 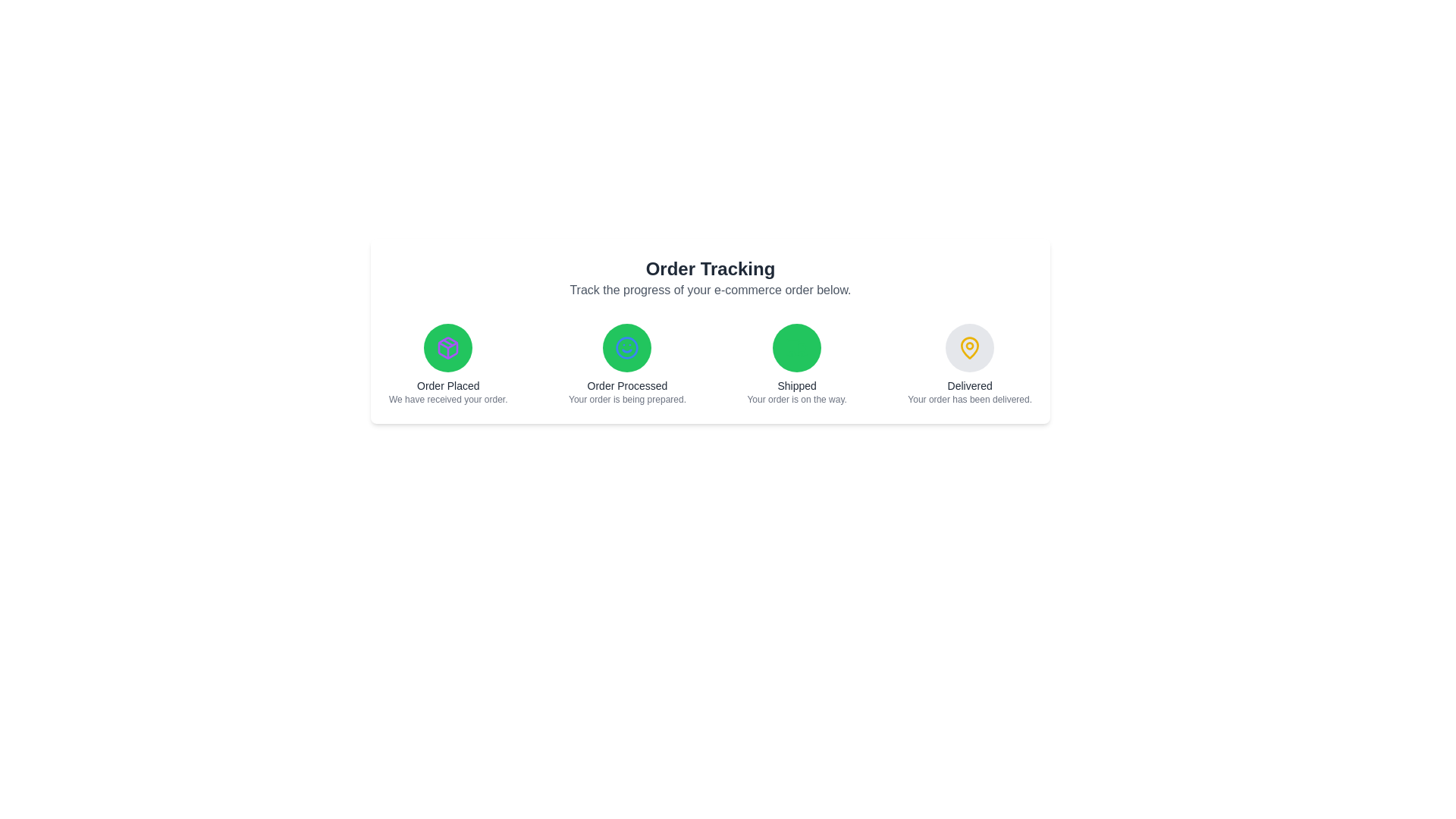 I want to click on the confirmation message text indicating that the order has been received, located beneath the 'Order Placed' heading, so click(x=447, y=399).